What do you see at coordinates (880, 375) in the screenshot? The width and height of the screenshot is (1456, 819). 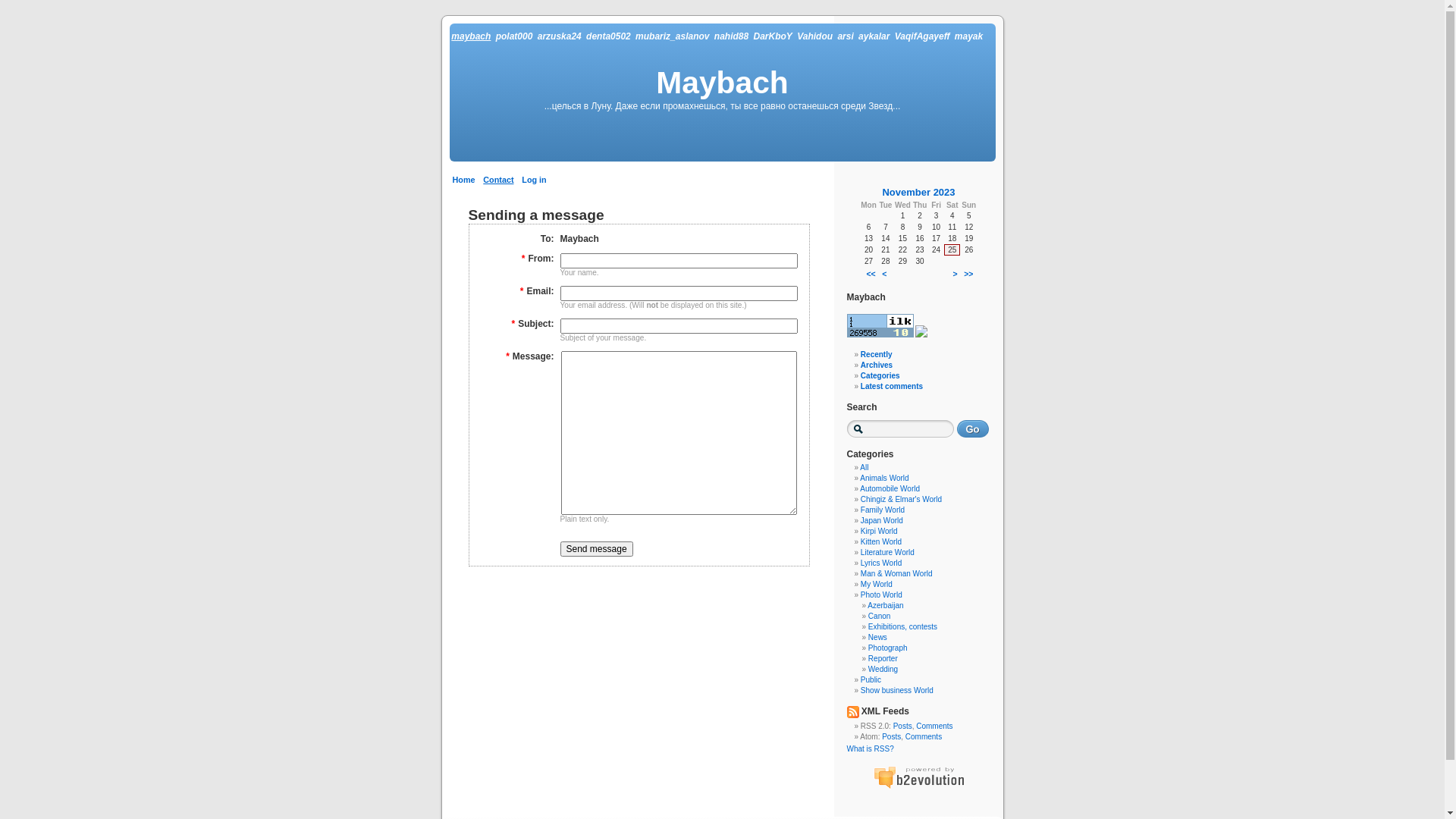 I see `'Categories'` at bounding box center [880, 375].